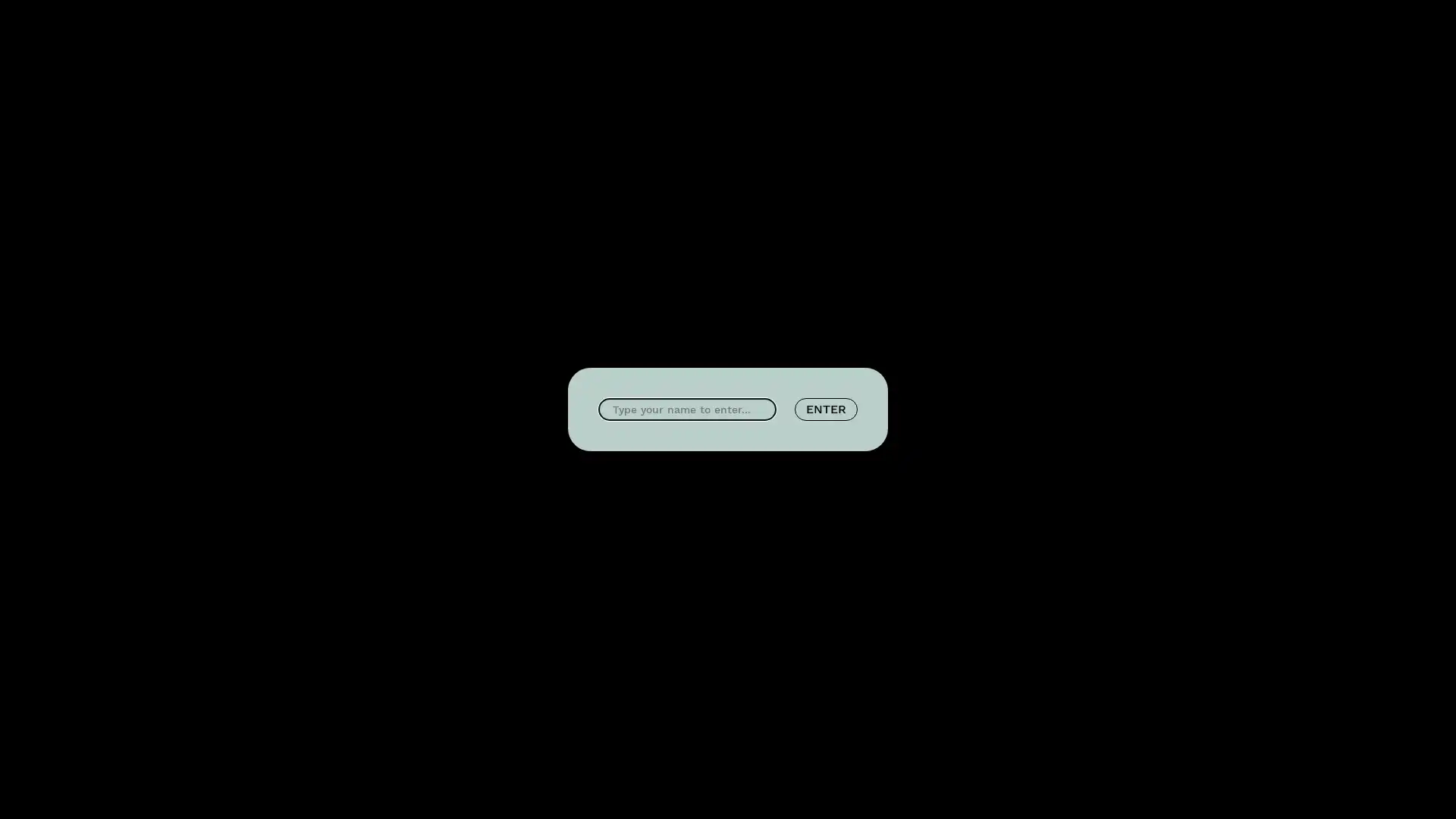  Describe the element at coordinates (825, 409) in the screenshot. I see `Submit username` at that location.